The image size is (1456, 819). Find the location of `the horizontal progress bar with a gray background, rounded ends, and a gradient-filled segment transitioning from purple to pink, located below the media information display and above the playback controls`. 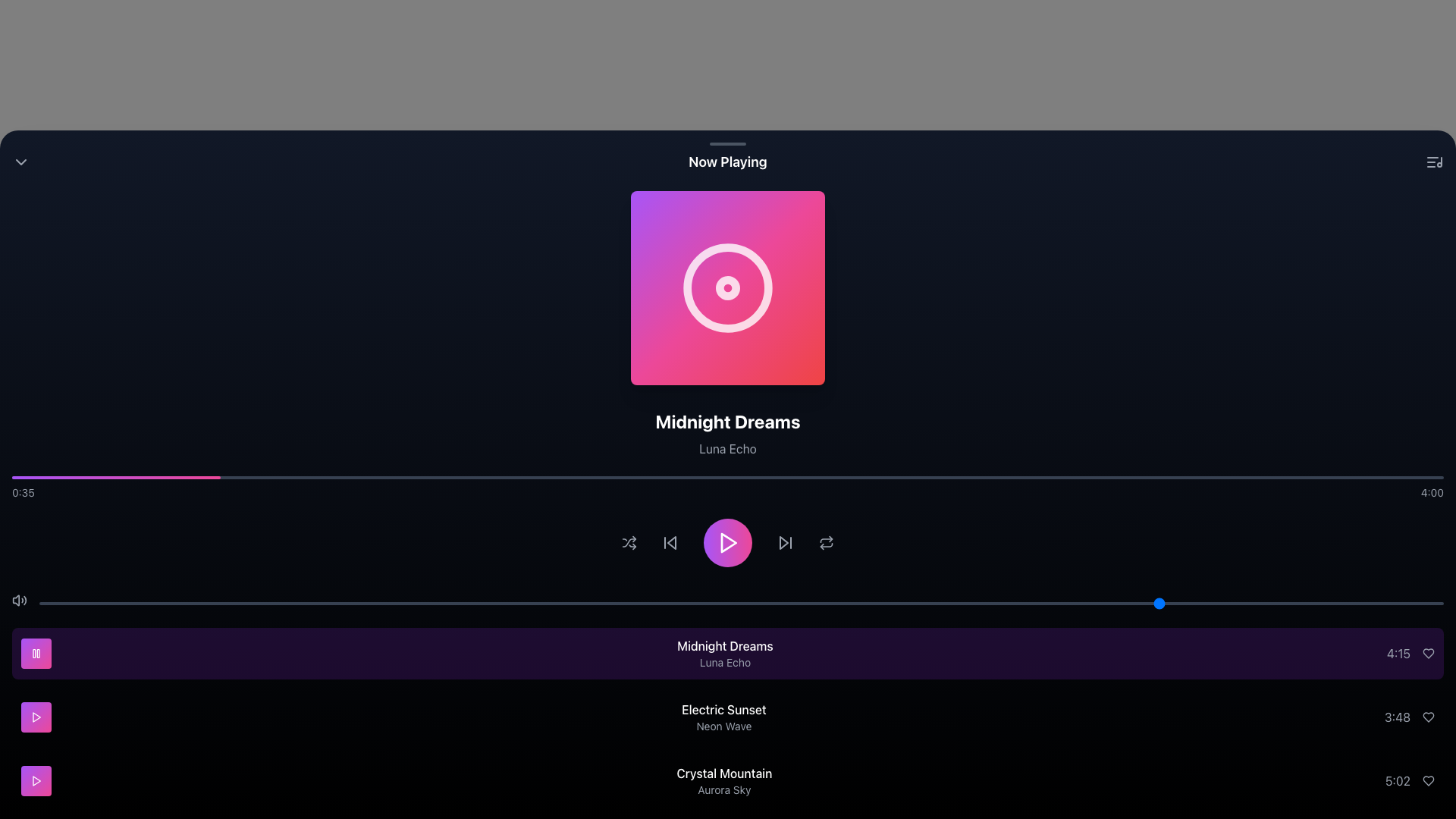

the horizontal progress bar with a gray background, rounded ends, and a gradient-filled segment transitioning from purple to pink, located below the media information display and above the playback controls is located at coordinates (728, 476).